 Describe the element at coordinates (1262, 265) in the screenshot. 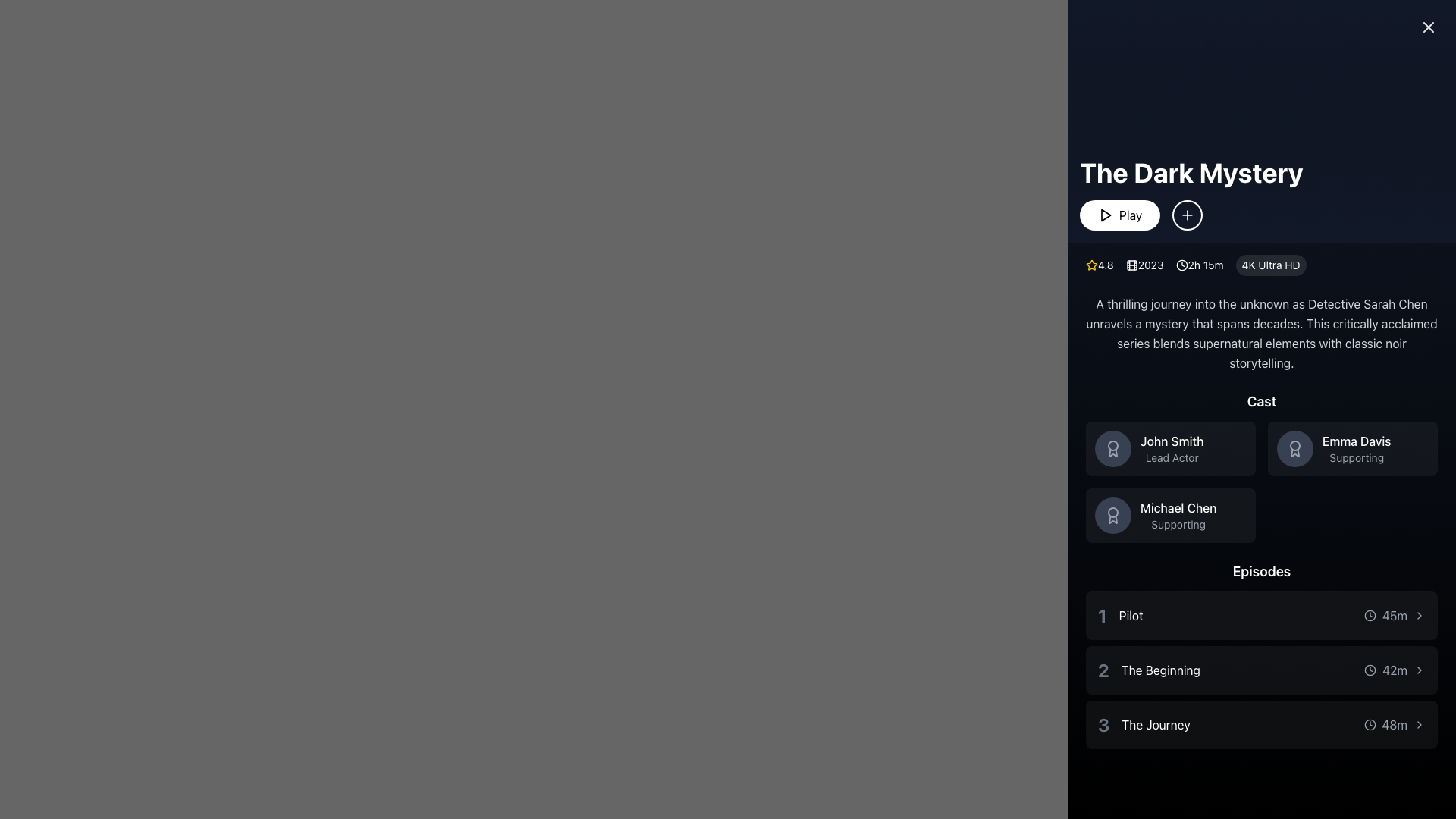

I see `the Metadata display group that provides information such as rating, release year, duration, and resolution quality, located beneath the title 'The Dark Mystery' and above the primary action buttons` at that location.